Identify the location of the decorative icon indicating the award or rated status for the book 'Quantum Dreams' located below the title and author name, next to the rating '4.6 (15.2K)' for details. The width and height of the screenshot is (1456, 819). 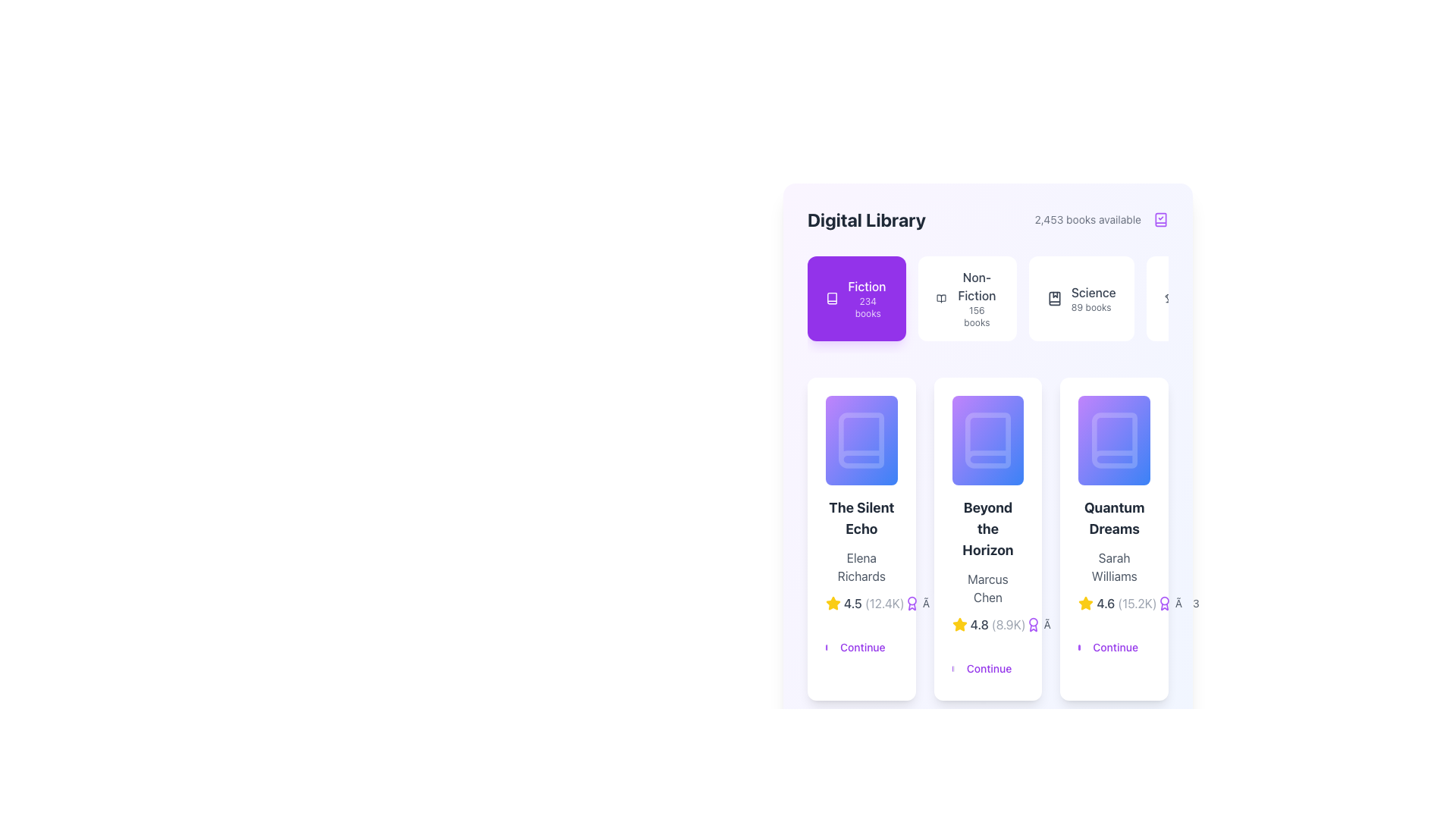
(1163, 603).